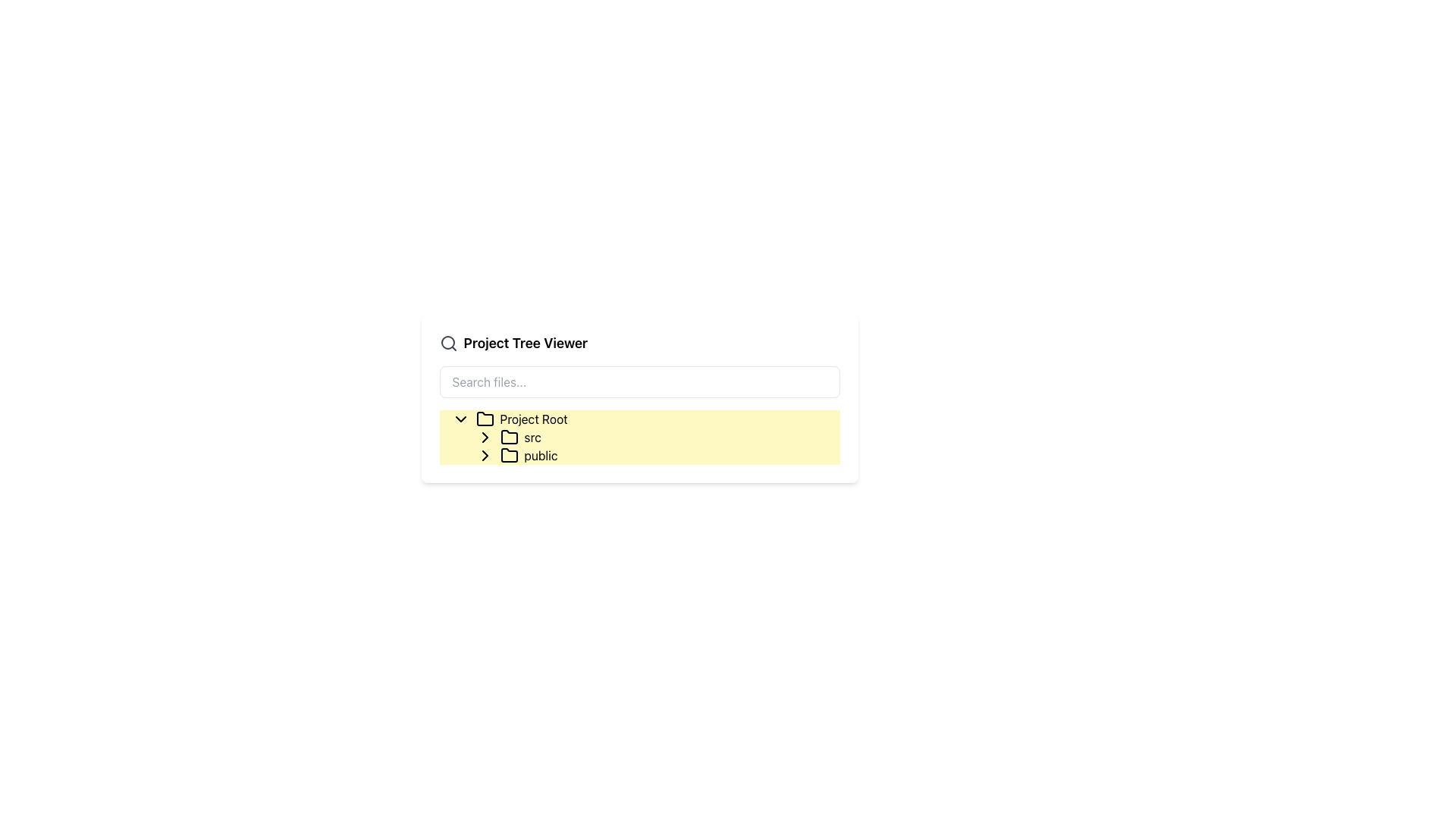  Describe the element at coordinates (639, 438) in the screenshot. I see `the Tree View Component displaying 'Project Root' and its children 'src' and 'public' to view the context menu` at that location.